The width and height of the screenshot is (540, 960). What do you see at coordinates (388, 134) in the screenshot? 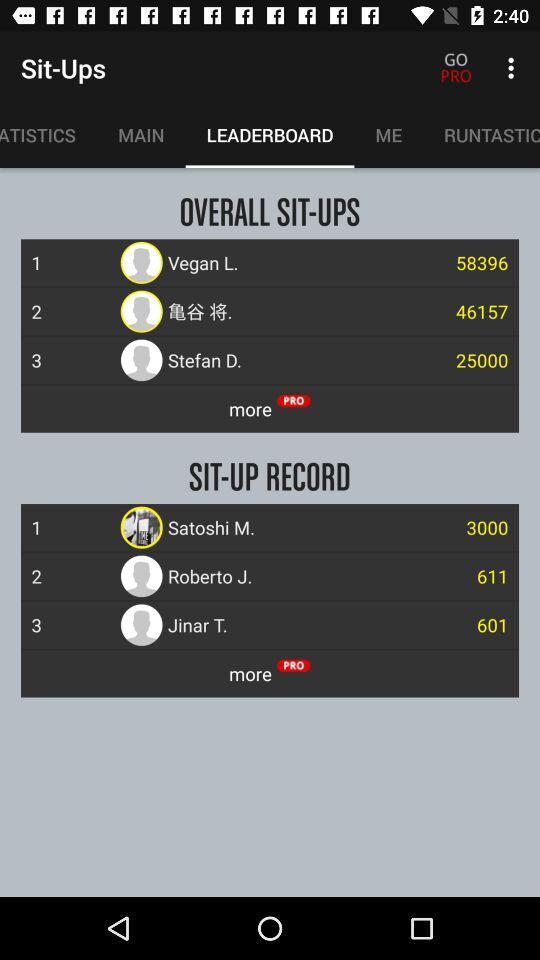
I see `the icon next to the runtastic apps icon` at bounding box center [388, 134].